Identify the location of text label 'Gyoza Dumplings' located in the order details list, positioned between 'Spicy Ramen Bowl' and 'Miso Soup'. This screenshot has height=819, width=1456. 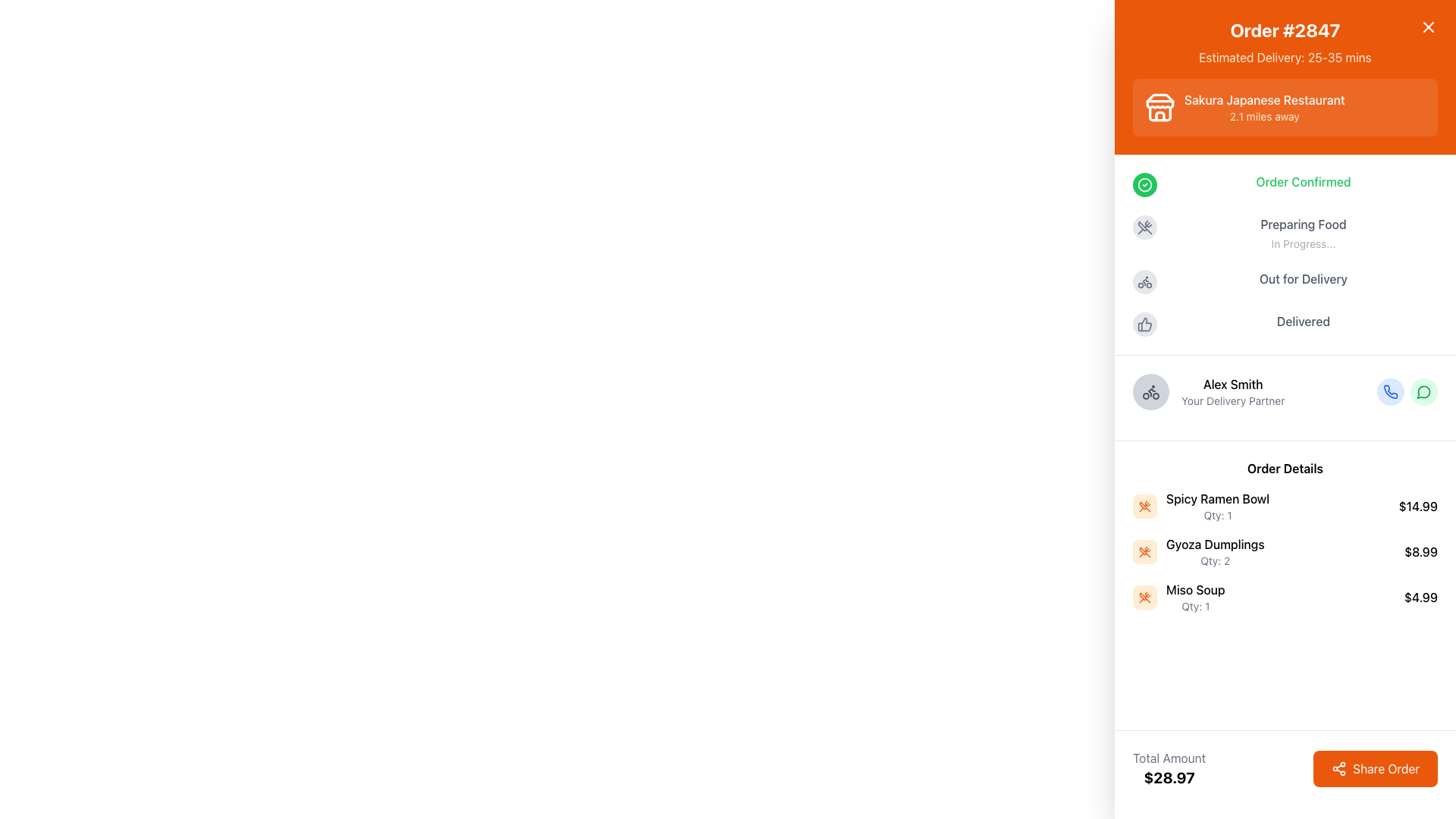
(1215, 543).